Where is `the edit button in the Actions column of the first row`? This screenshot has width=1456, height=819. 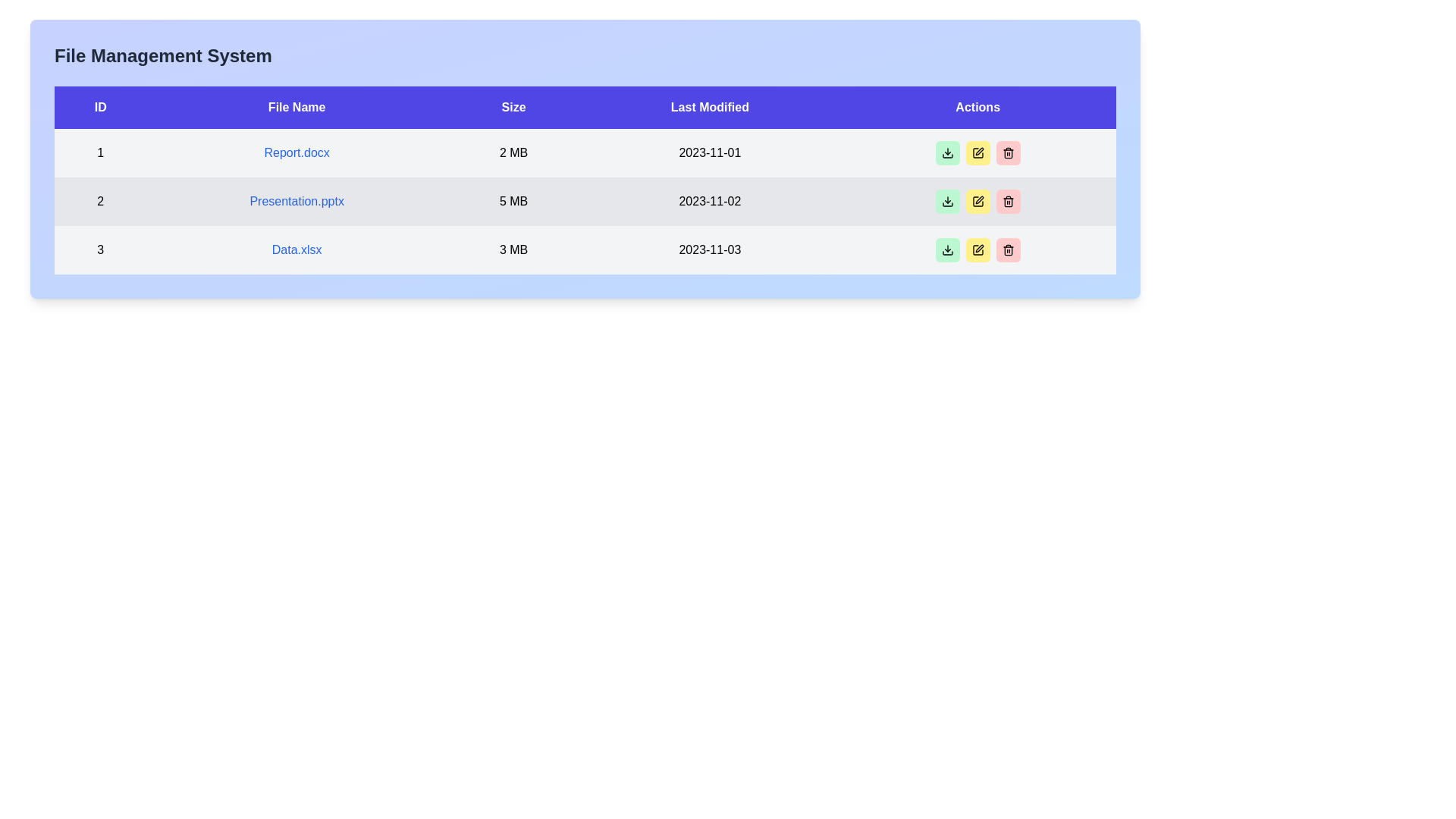 the edit button in the Actions column of the first row is located at coordinates (977, 152).